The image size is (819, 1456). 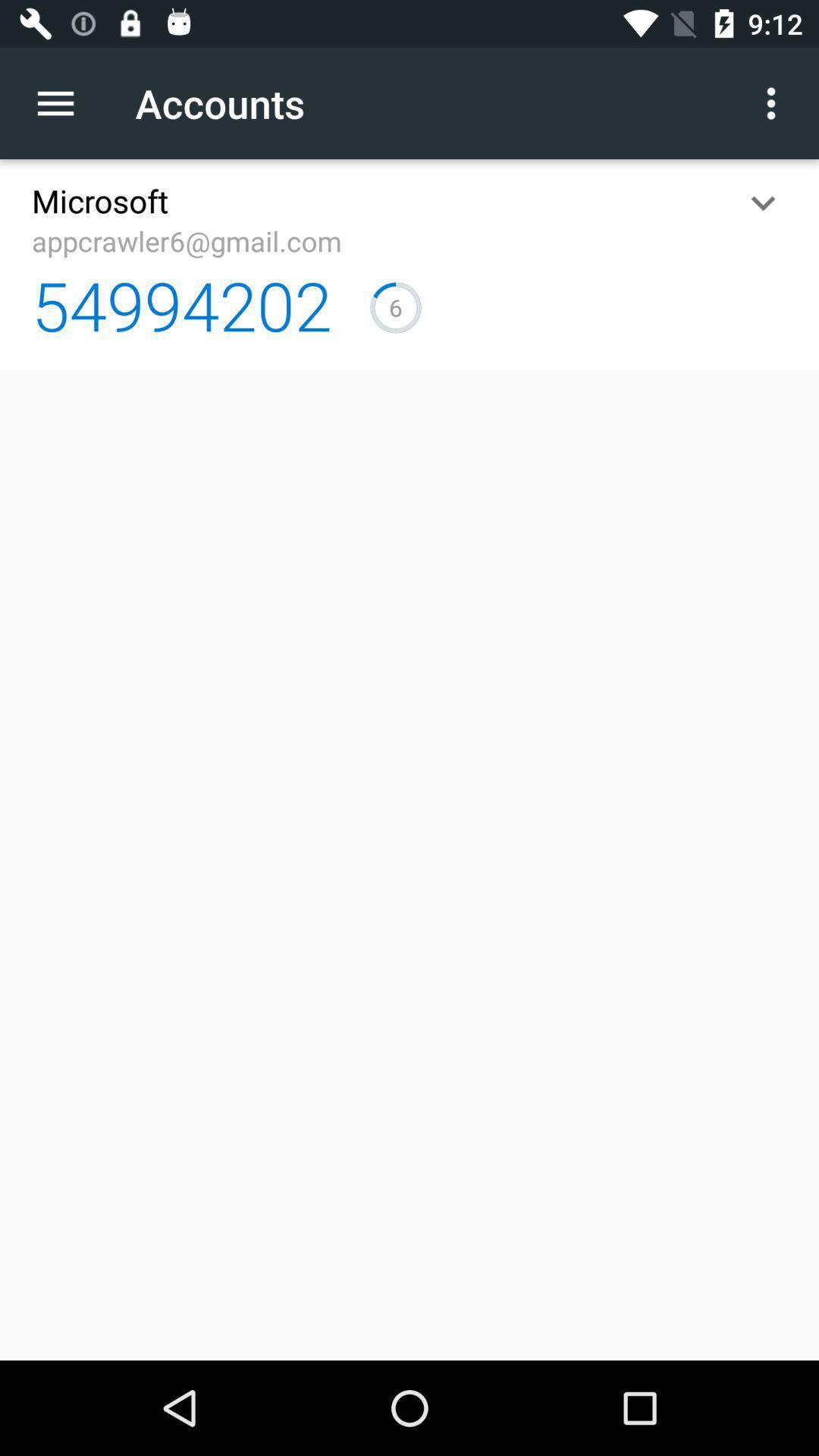 I want to click on icon next to the appcrawler6@gmail.com icon, so click(x=763, y=202).